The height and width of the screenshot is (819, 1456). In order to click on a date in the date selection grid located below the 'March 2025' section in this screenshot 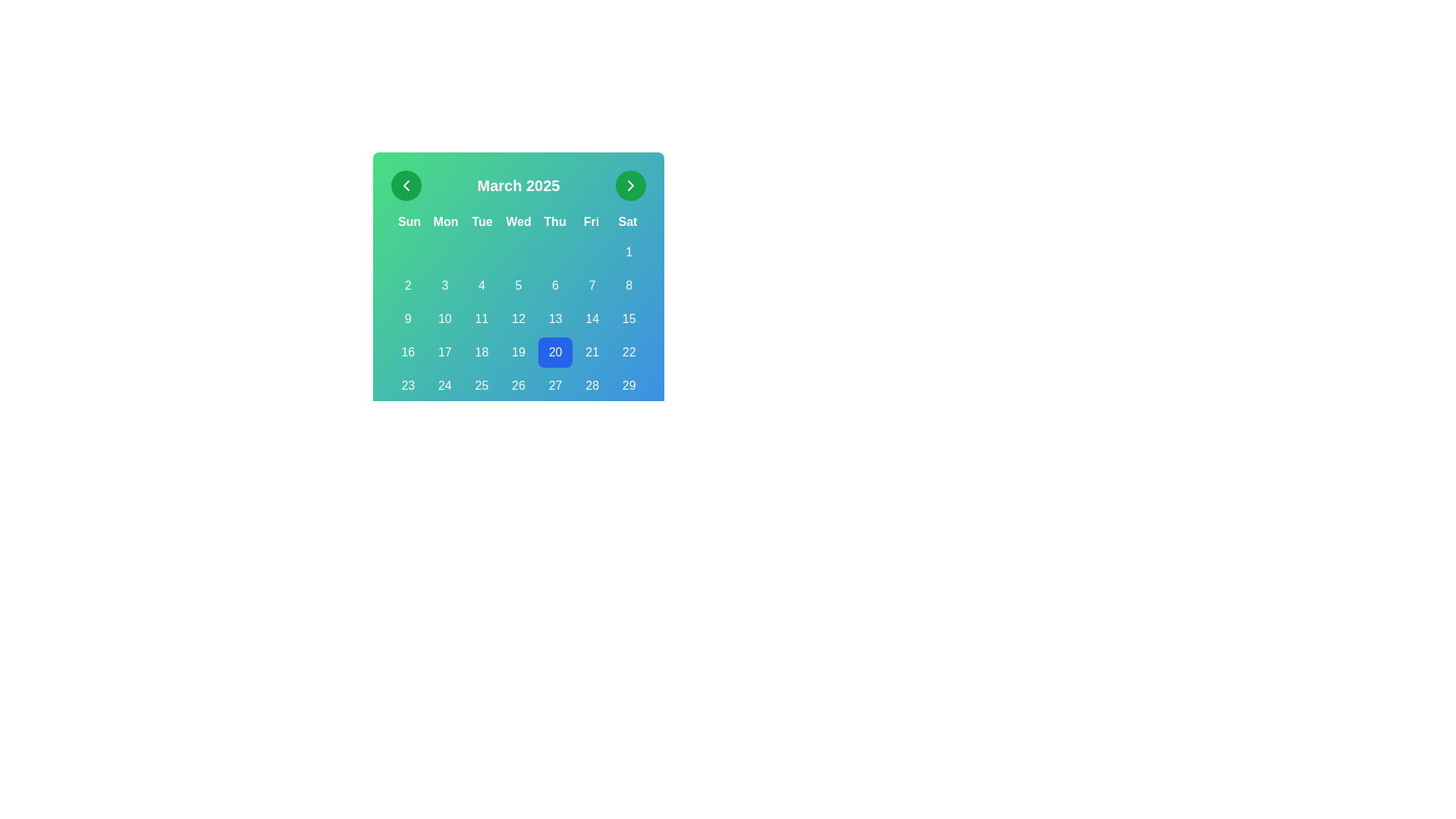, I will do `click(519, 335)`.